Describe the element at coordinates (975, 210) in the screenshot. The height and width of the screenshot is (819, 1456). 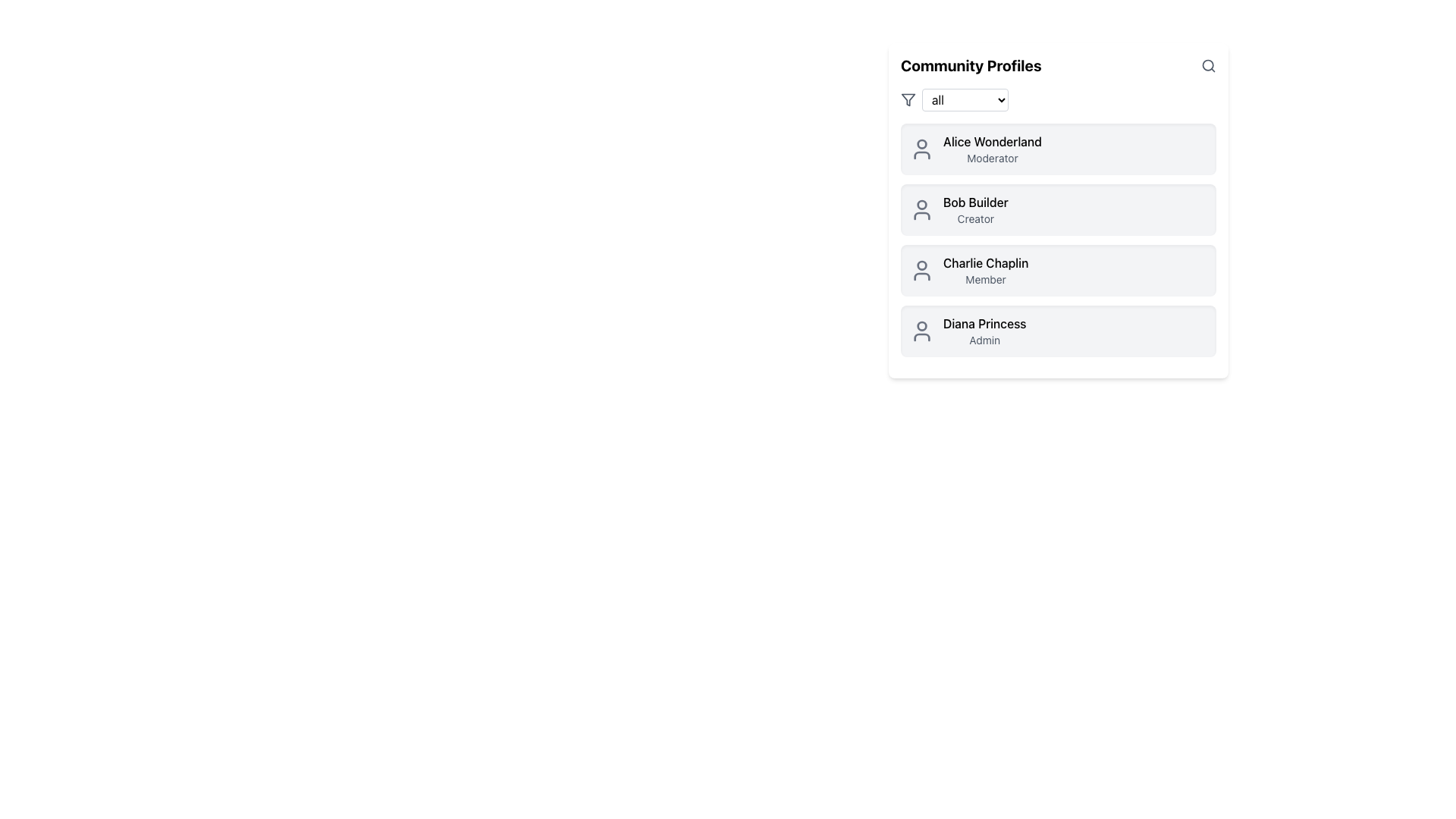
I see `the Text Display element showing the user name 'Bob Builder' and role 'Creator', positioned below 'Alice Wonderland' in the community profile list` at that location.